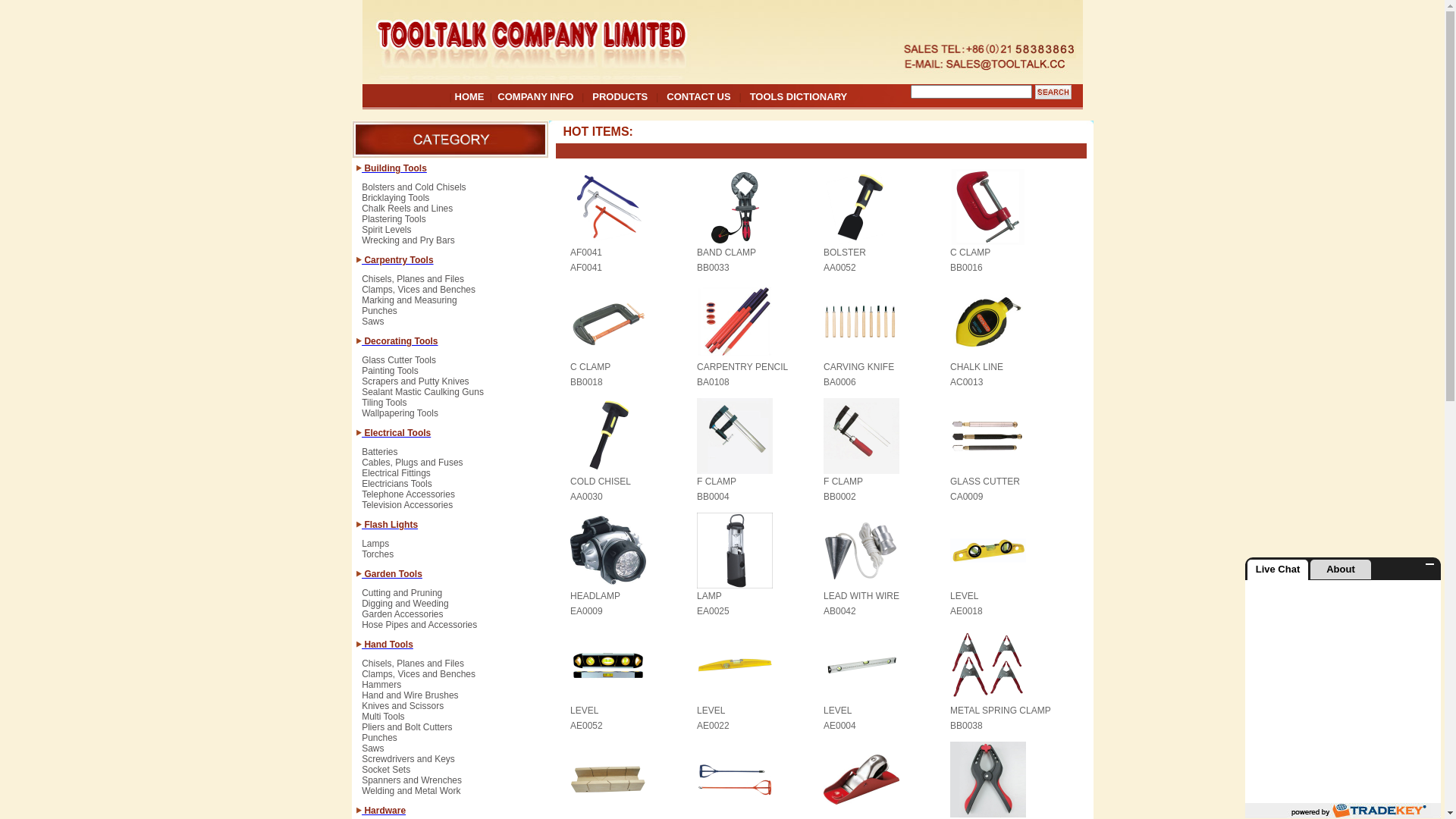 Image resolution: width=1456 pixels, height=819 pixels. Describe the element at coordinates (386, 234) in the screenshot. I see `'Spirit Levels'` at that location.